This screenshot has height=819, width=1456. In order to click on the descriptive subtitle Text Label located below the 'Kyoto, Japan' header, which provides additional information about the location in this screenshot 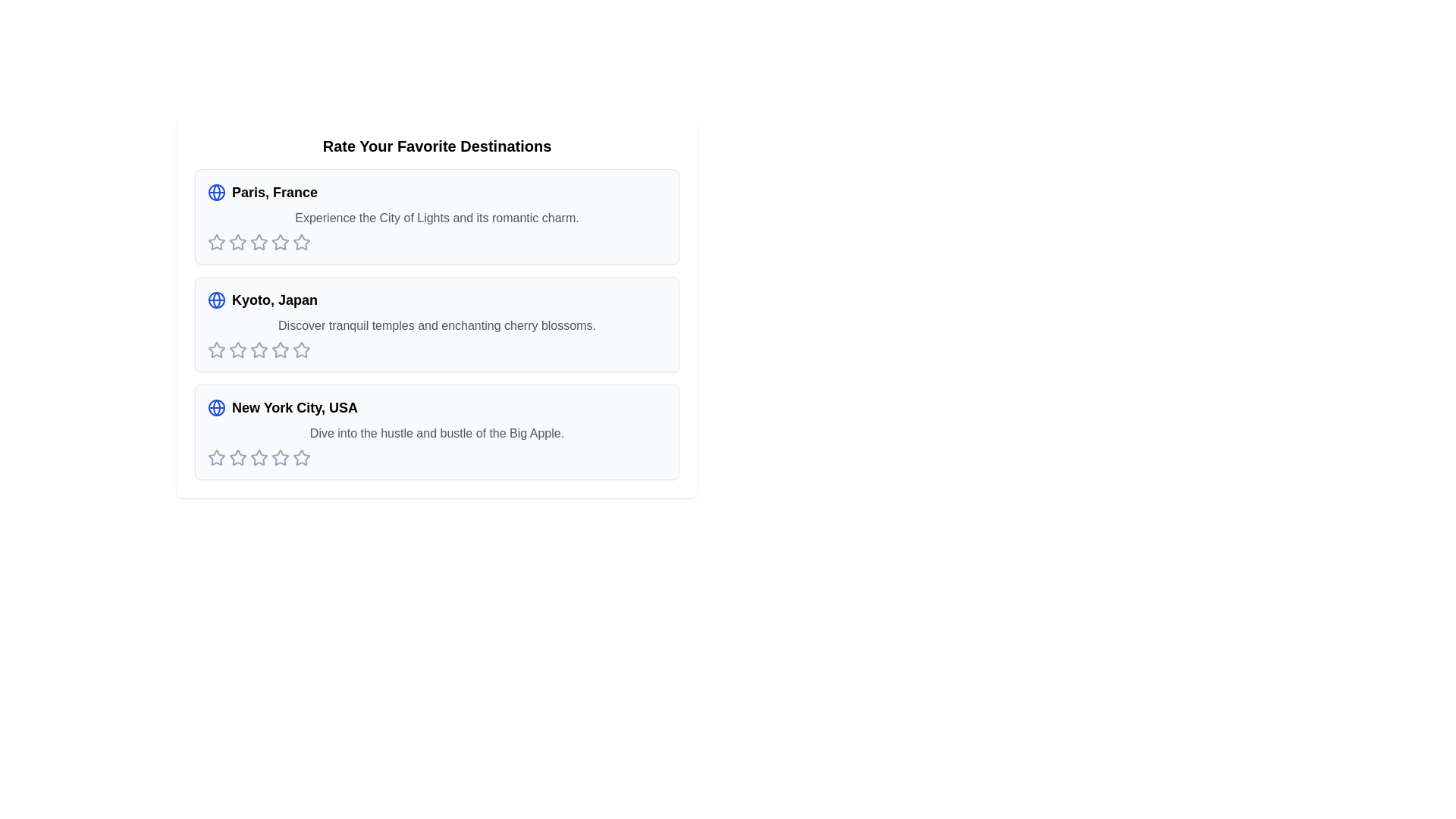, I will do `click(436, 325)`.